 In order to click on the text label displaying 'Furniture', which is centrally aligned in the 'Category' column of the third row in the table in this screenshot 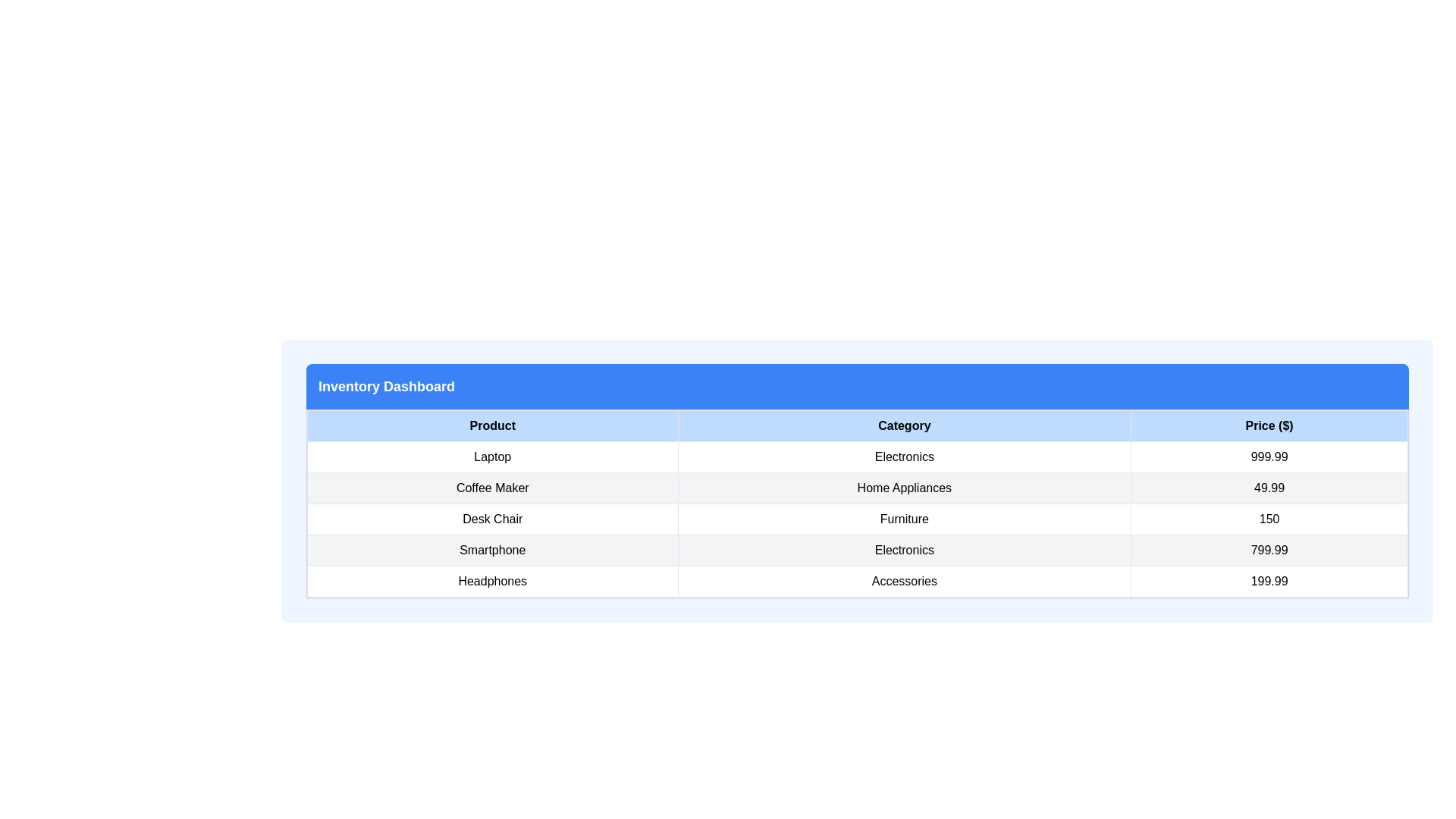, I will do `click(904, 519)`.